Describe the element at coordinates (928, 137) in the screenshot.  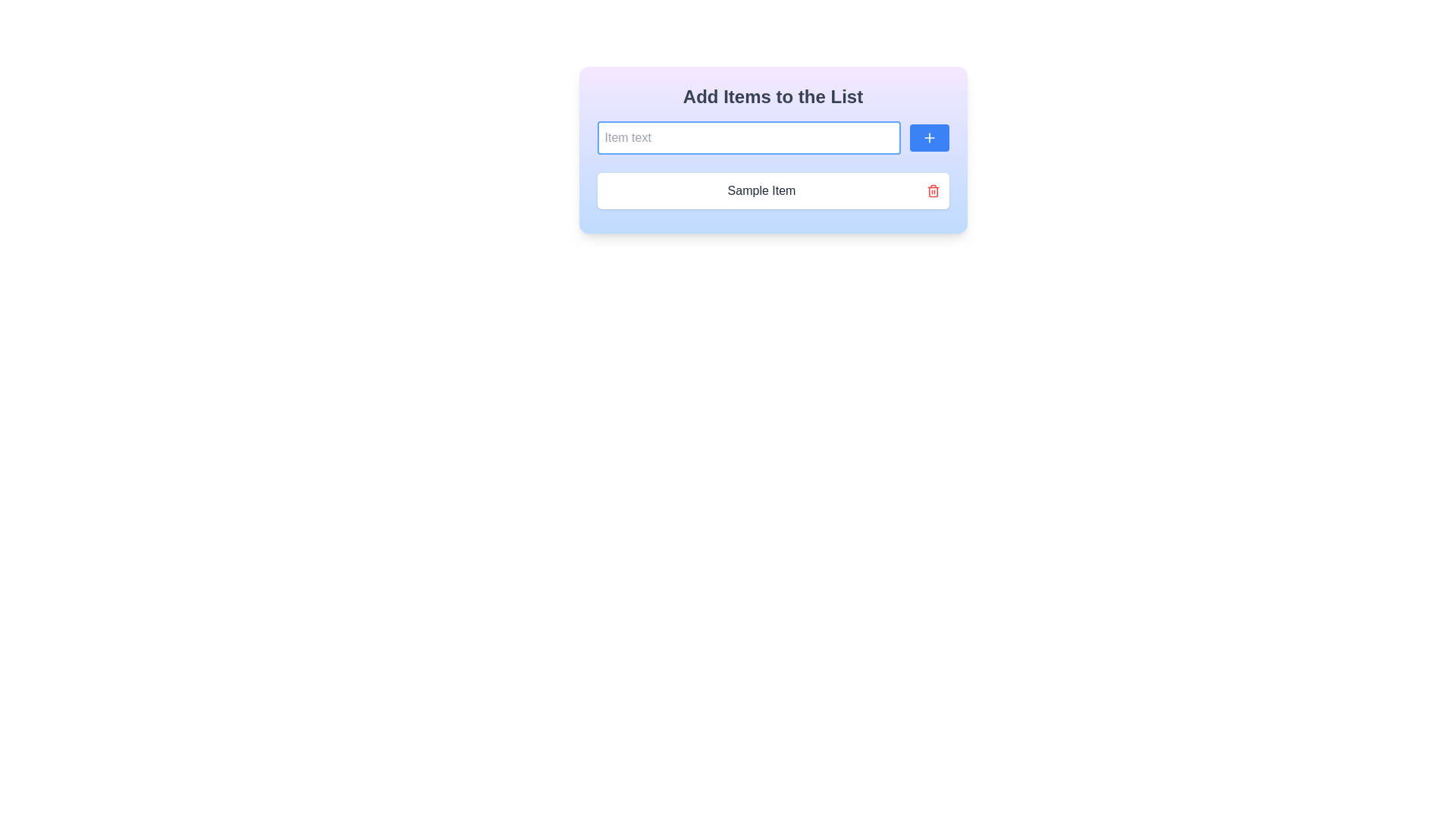
I see `the '+' icon within the button on the right side of the 'Item text' input field in the 'Add Items to the List' section` at that location.